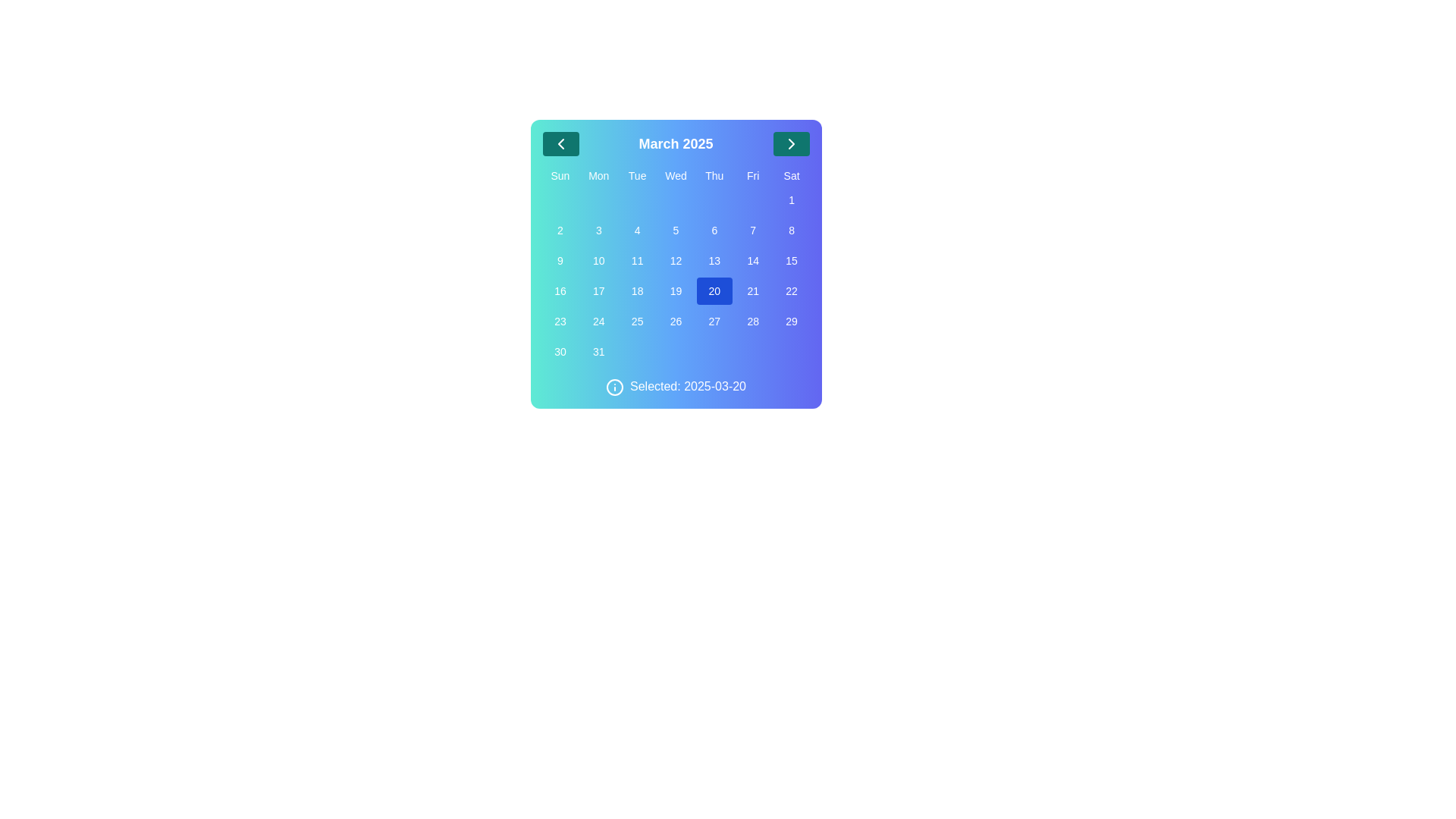 The image size is (1456, 819). Describe the element at coordinates (790, 143) in the screenshot. I see `the forward navigation button located on the far-right of the calendar interface to trigger the visual hover effect` at that location.